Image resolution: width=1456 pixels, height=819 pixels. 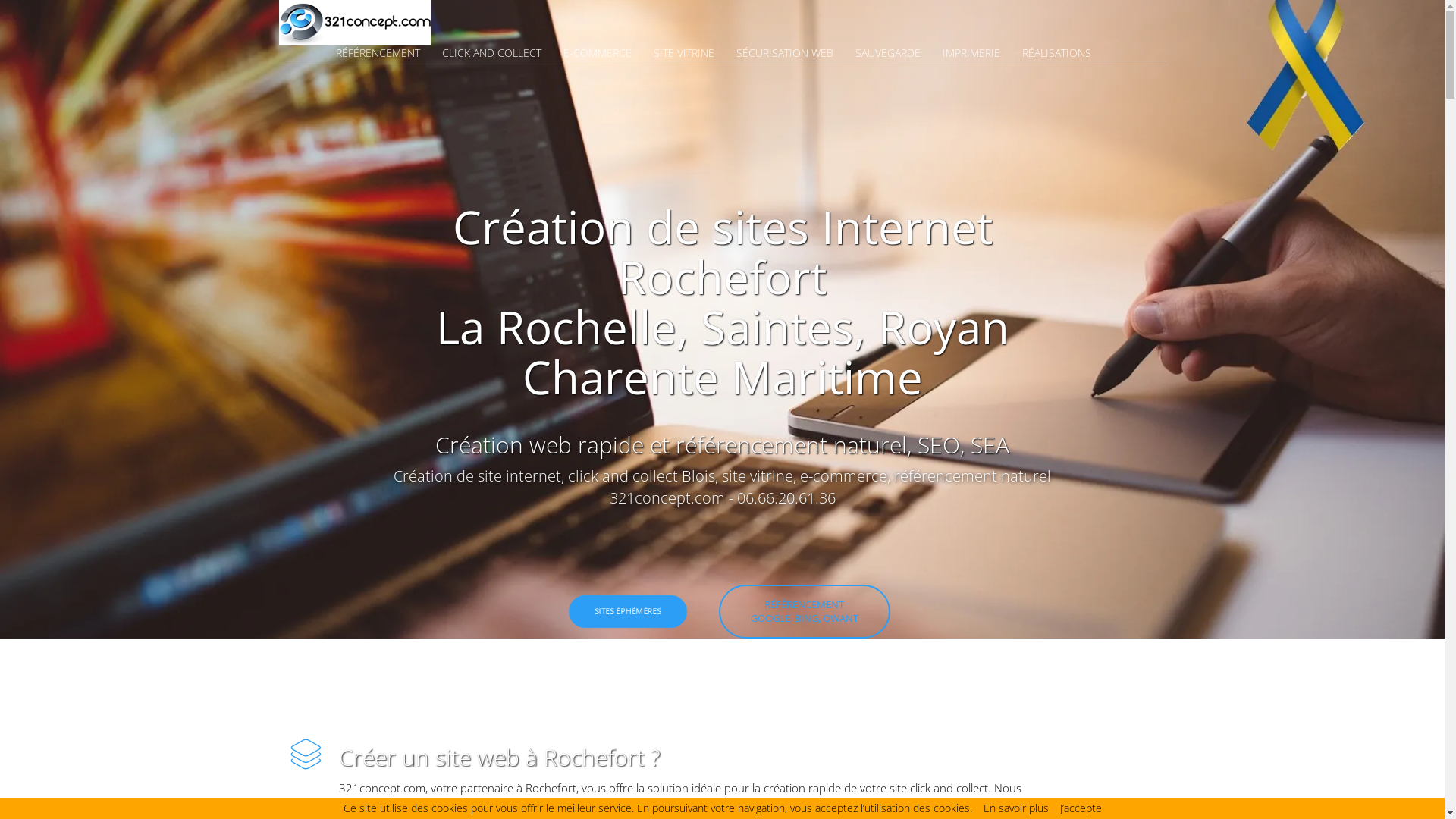 I want to click on 'SAUVEGARDE', so click(x=897, y=52).